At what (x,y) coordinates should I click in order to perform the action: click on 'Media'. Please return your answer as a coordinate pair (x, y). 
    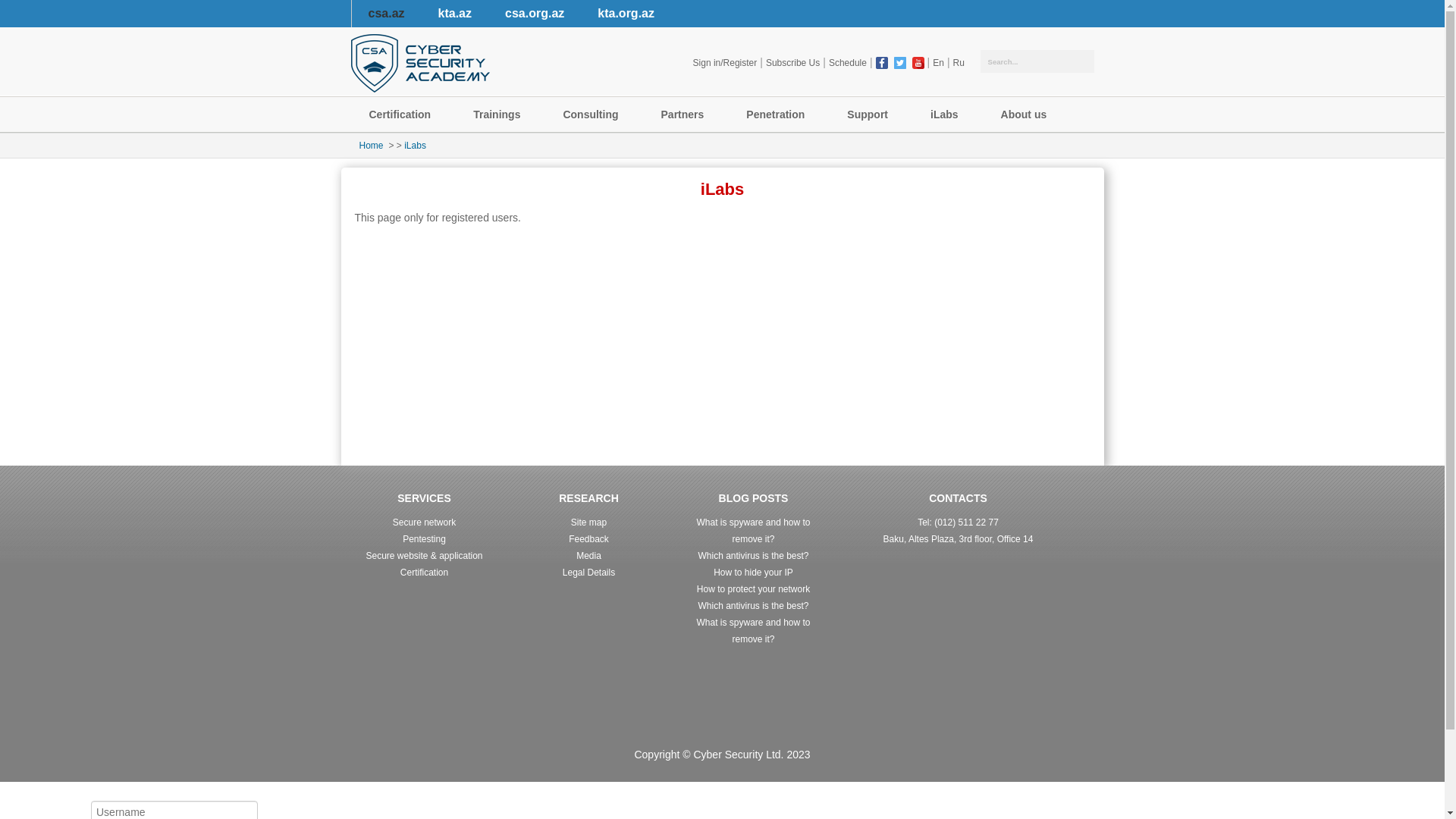
    Looking at the image, I should click on (588, 555).